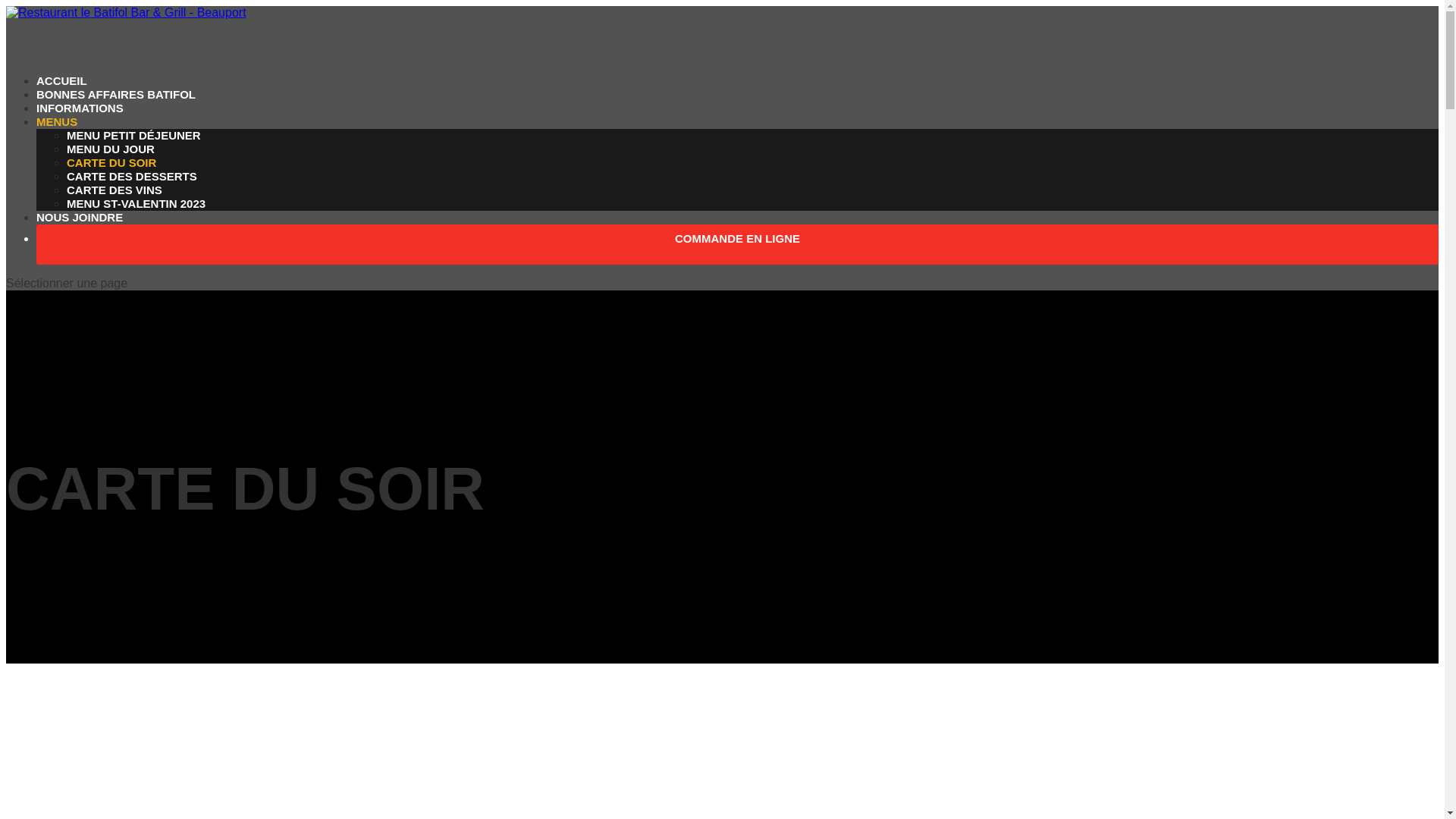 This screenshot has width=1456, height=819. Describe the element at coordinates (113, 189) in the screenshot. I see `'CARTE DES VINS'` at that location.